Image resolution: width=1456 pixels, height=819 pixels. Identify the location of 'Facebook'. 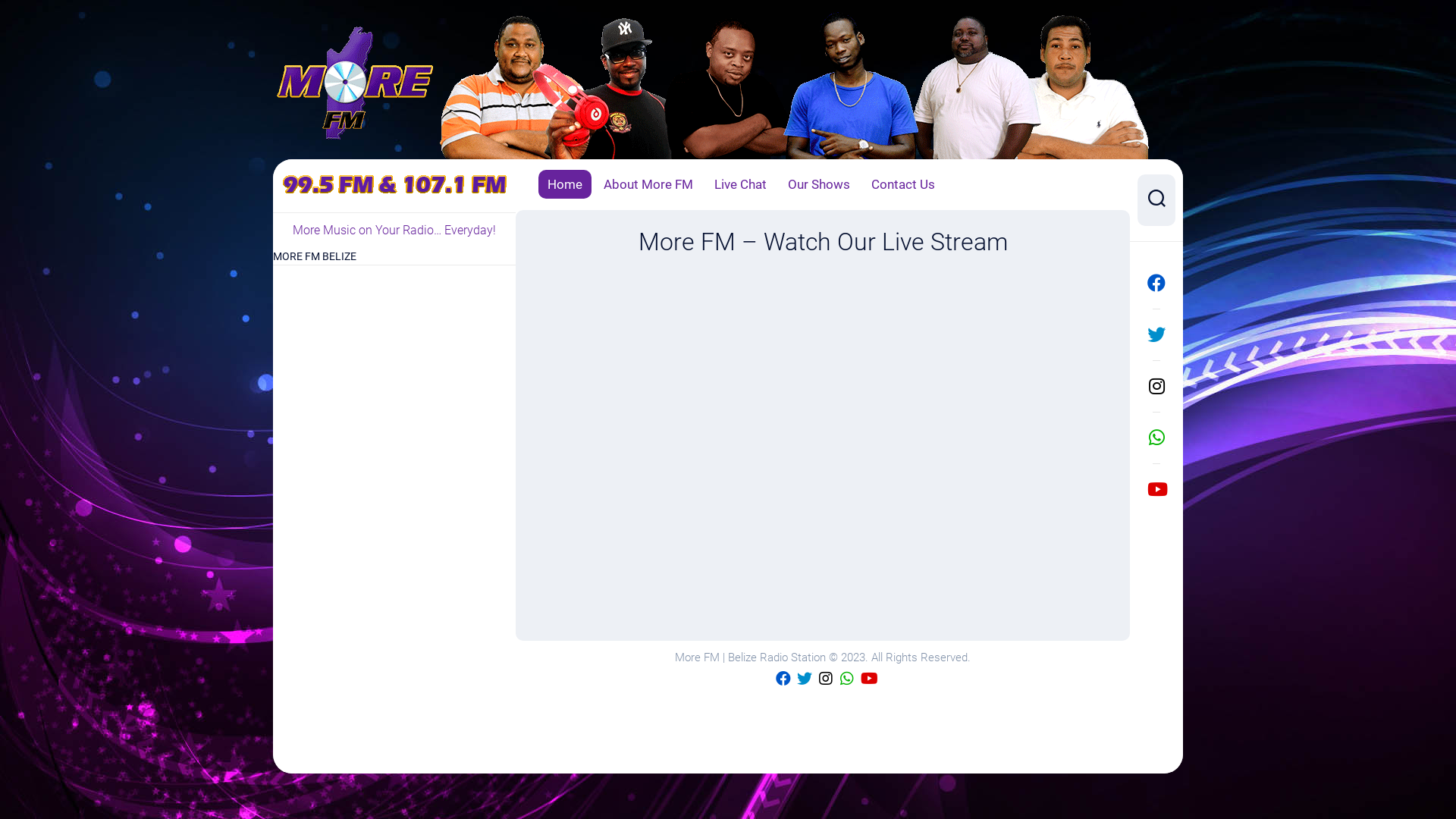
(1137, 283).